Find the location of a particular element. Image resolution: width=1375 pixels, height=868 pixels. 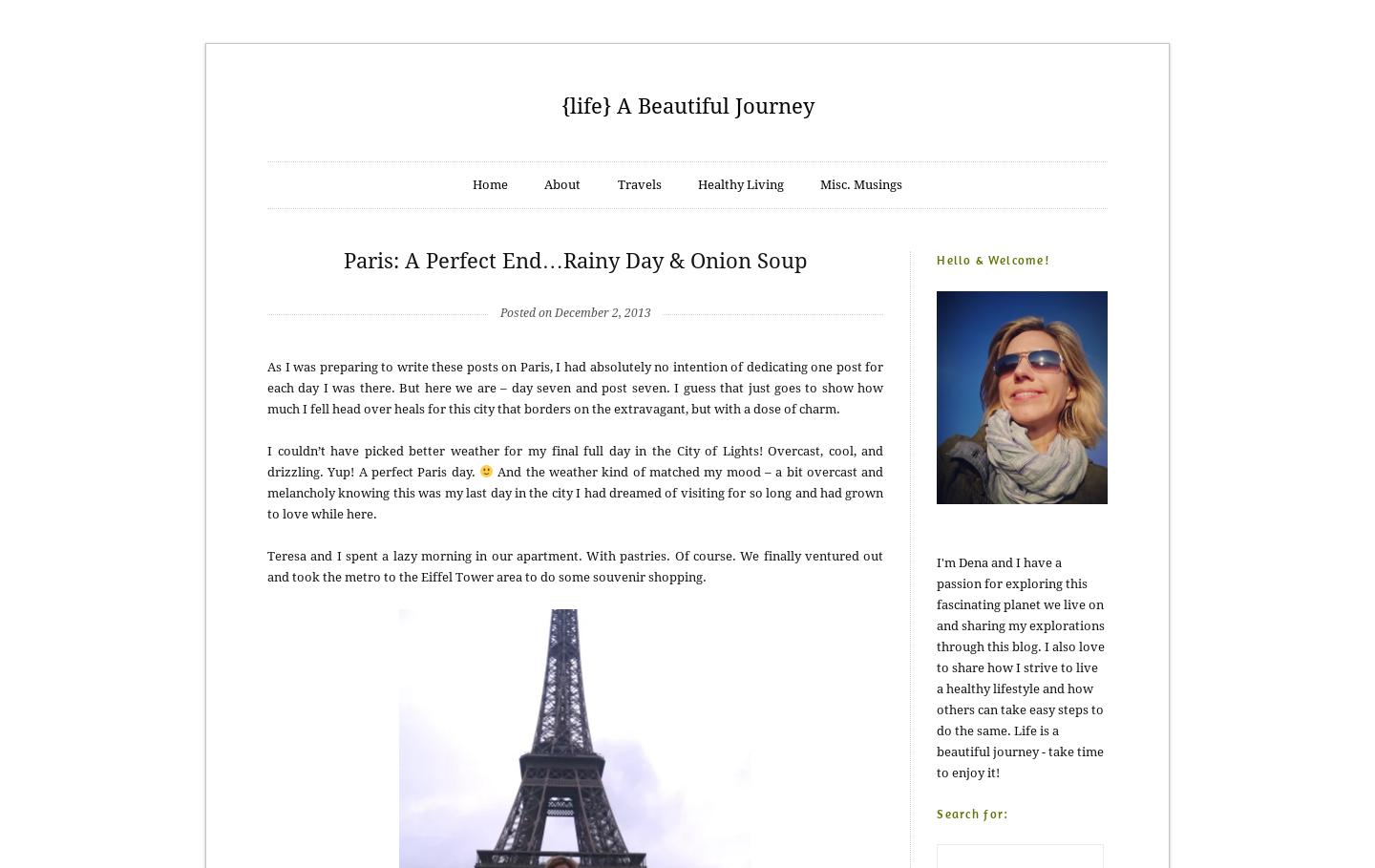

'{life} A Beautiful Journey' is located at coordinates (687, 106).